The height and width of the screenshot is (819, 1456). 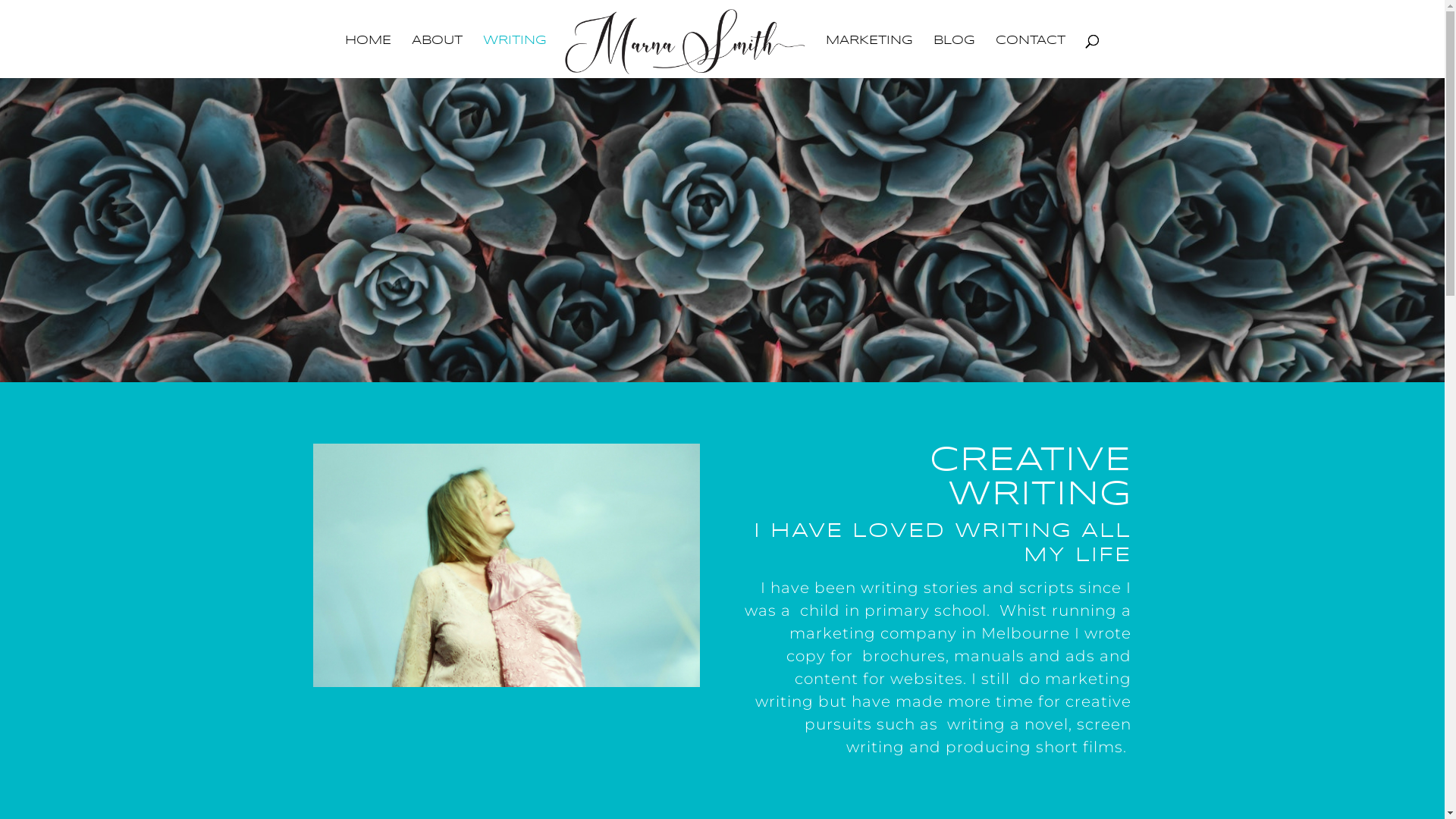 I want to click on 'HOME', so click(x=368, y=55).